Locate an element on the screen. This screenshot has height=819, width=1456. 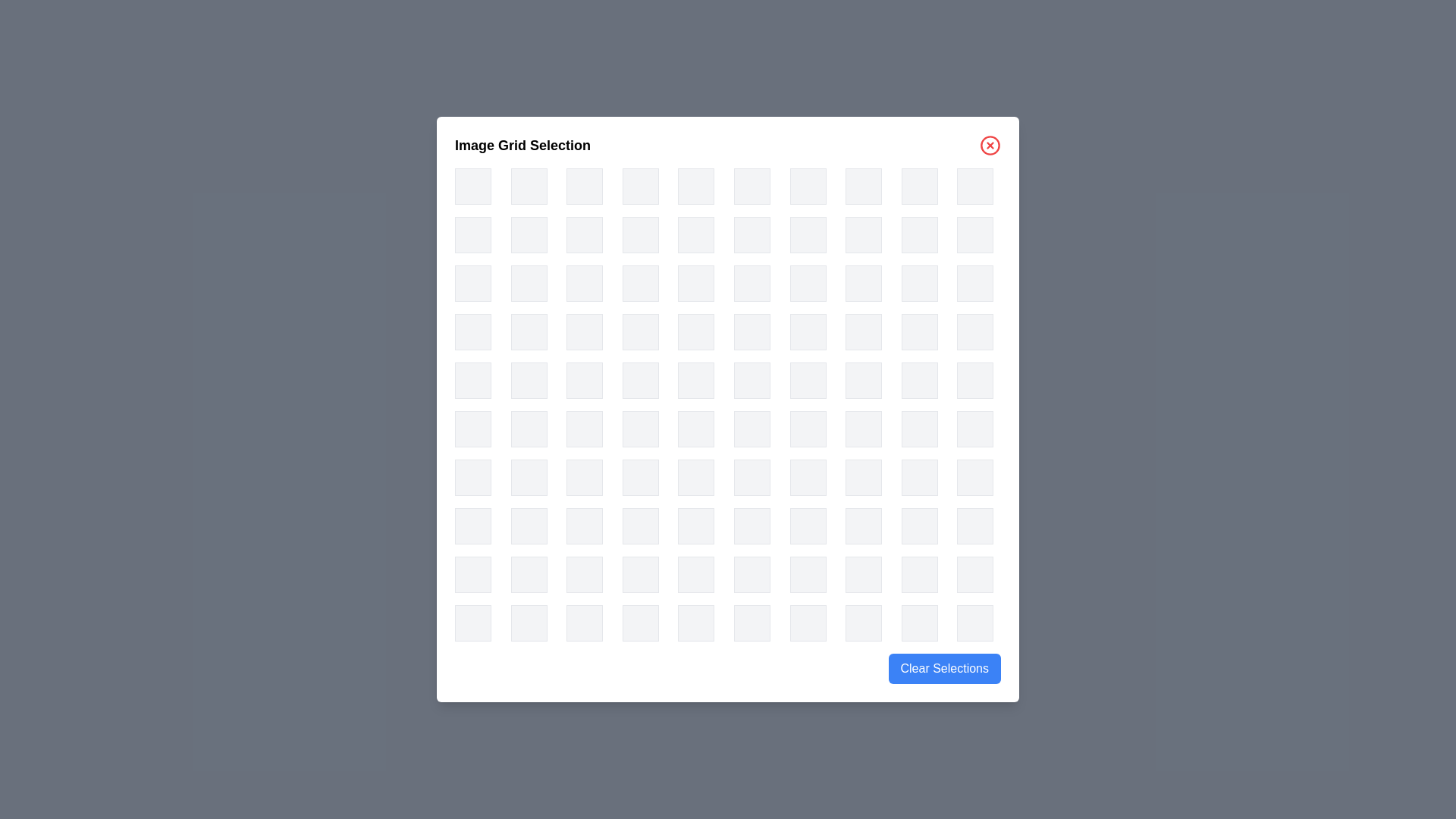
the 'Clear Selections' button to clear all selected items in the grid is located at coordinates (943, 668).